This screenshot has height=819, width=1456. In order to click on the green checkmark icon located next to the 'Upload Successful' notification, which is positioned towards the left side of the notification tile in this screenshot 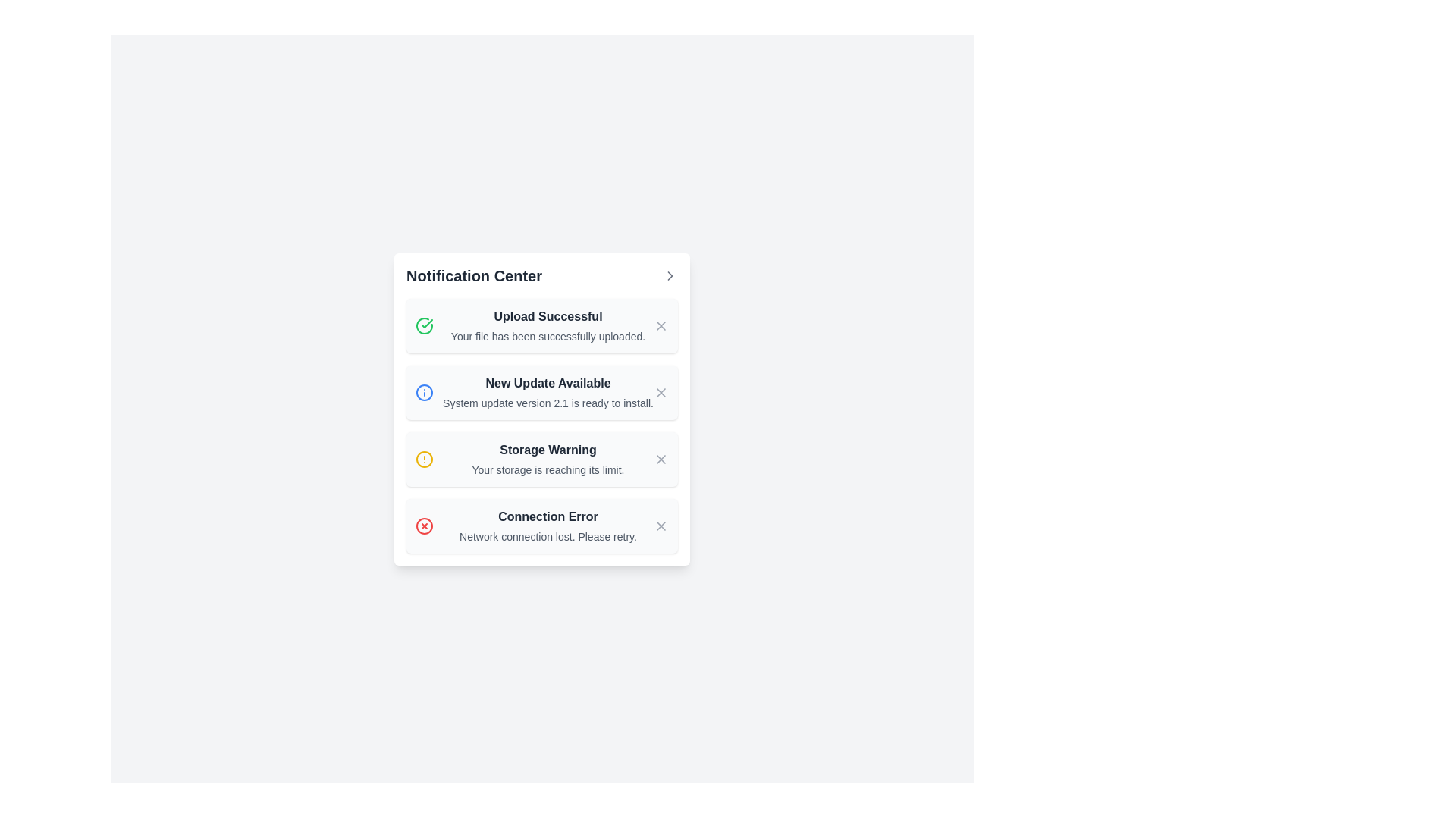, I will do `click(426, 322)`.